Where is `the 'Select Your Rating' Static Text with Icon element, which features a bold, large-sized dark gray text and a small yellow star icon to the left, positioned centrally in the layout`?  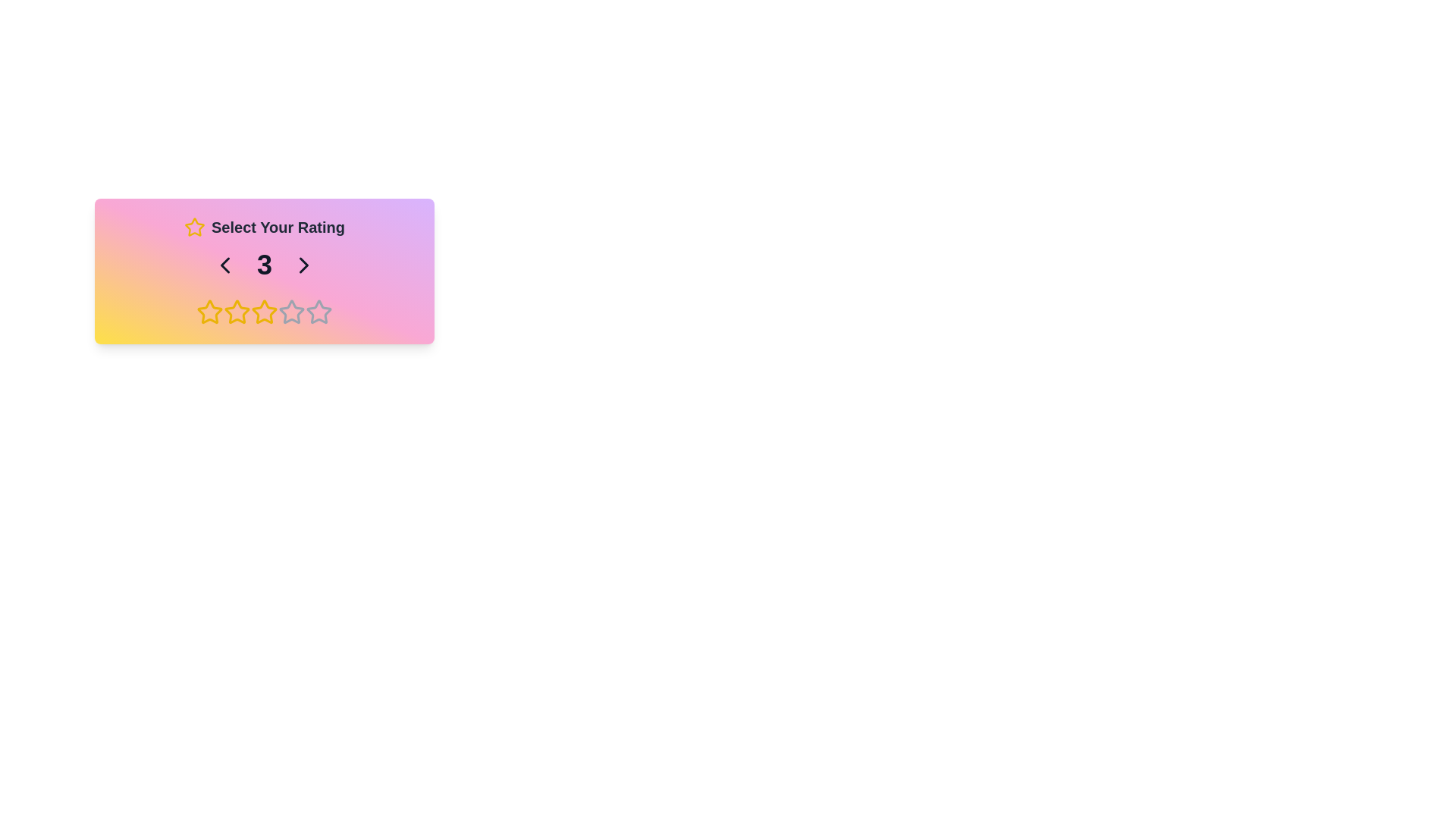 the 'Select Your Rating' Static Text with Icon element, which features a bold, large-sized dark gray text and a small yellow star icon to the left, positioned centrally in the layout is located at coordinates (265, 227).